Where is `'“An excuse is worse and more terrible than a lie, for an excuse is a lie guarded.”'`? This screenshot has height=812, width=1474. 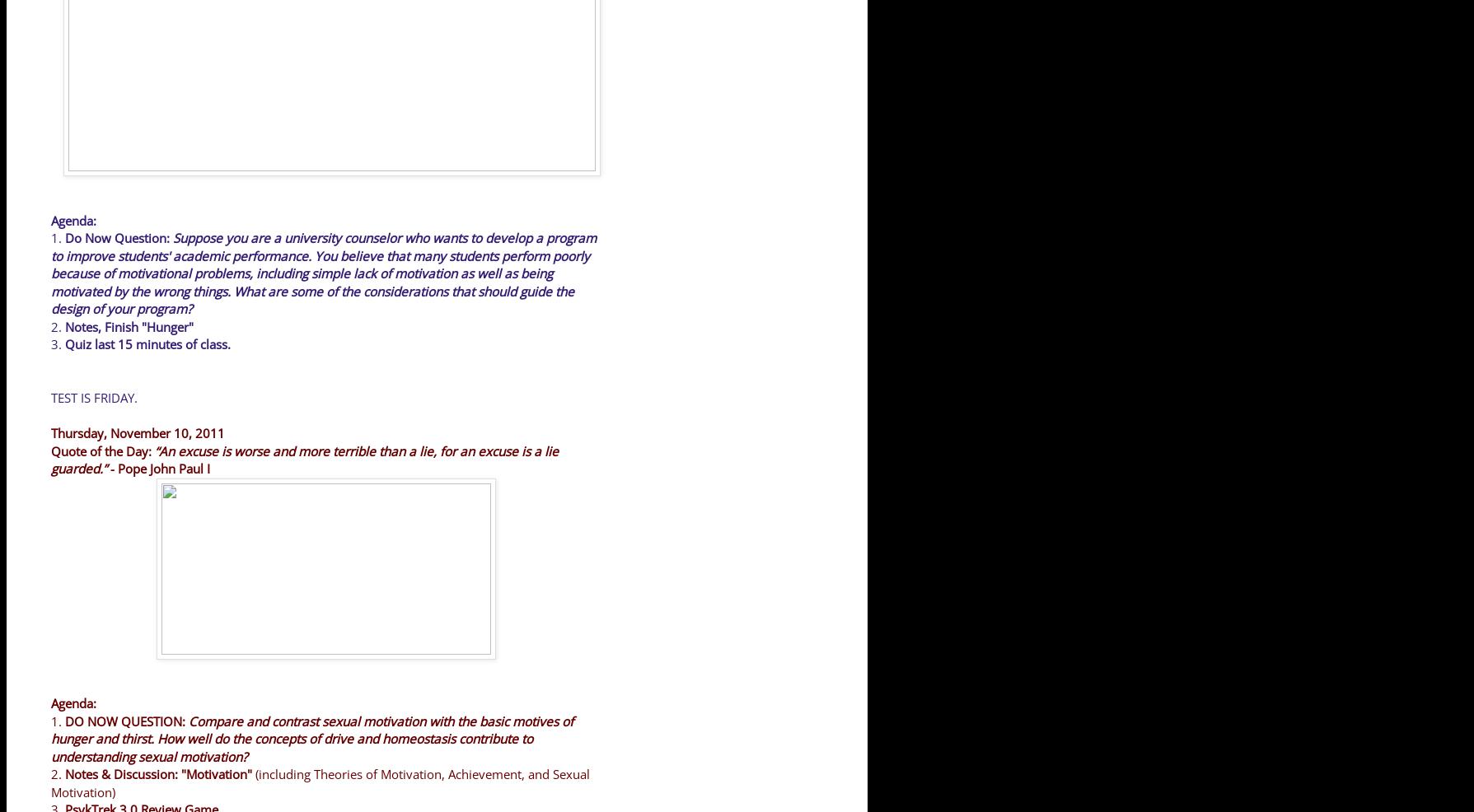
'“An excuse is worse and more terrible than a lie, for an excuse is a lie guarded.”' is located at coordinates (303, 459).